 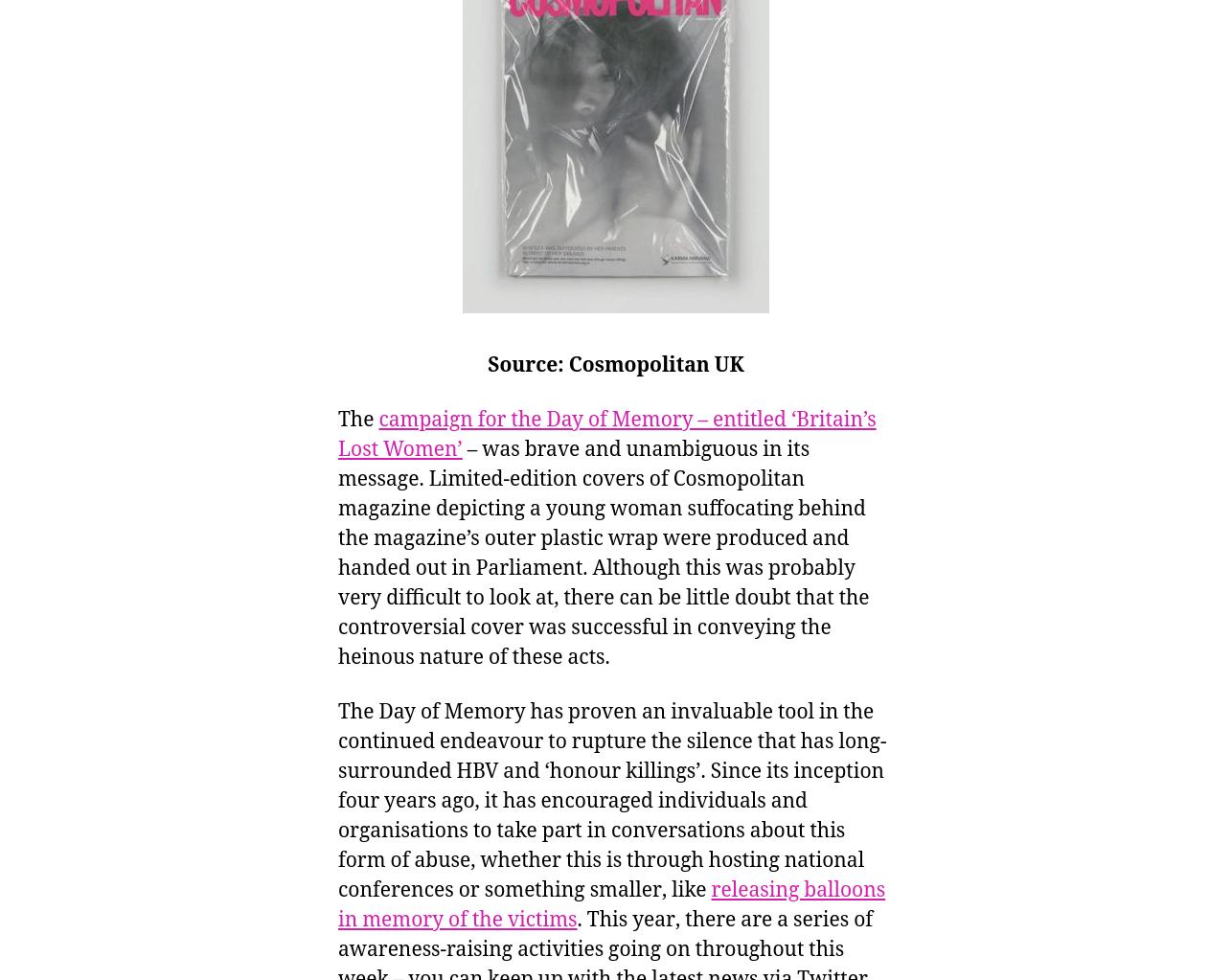 I want to click on 'Uncategorized', so click(x=112, y=11).